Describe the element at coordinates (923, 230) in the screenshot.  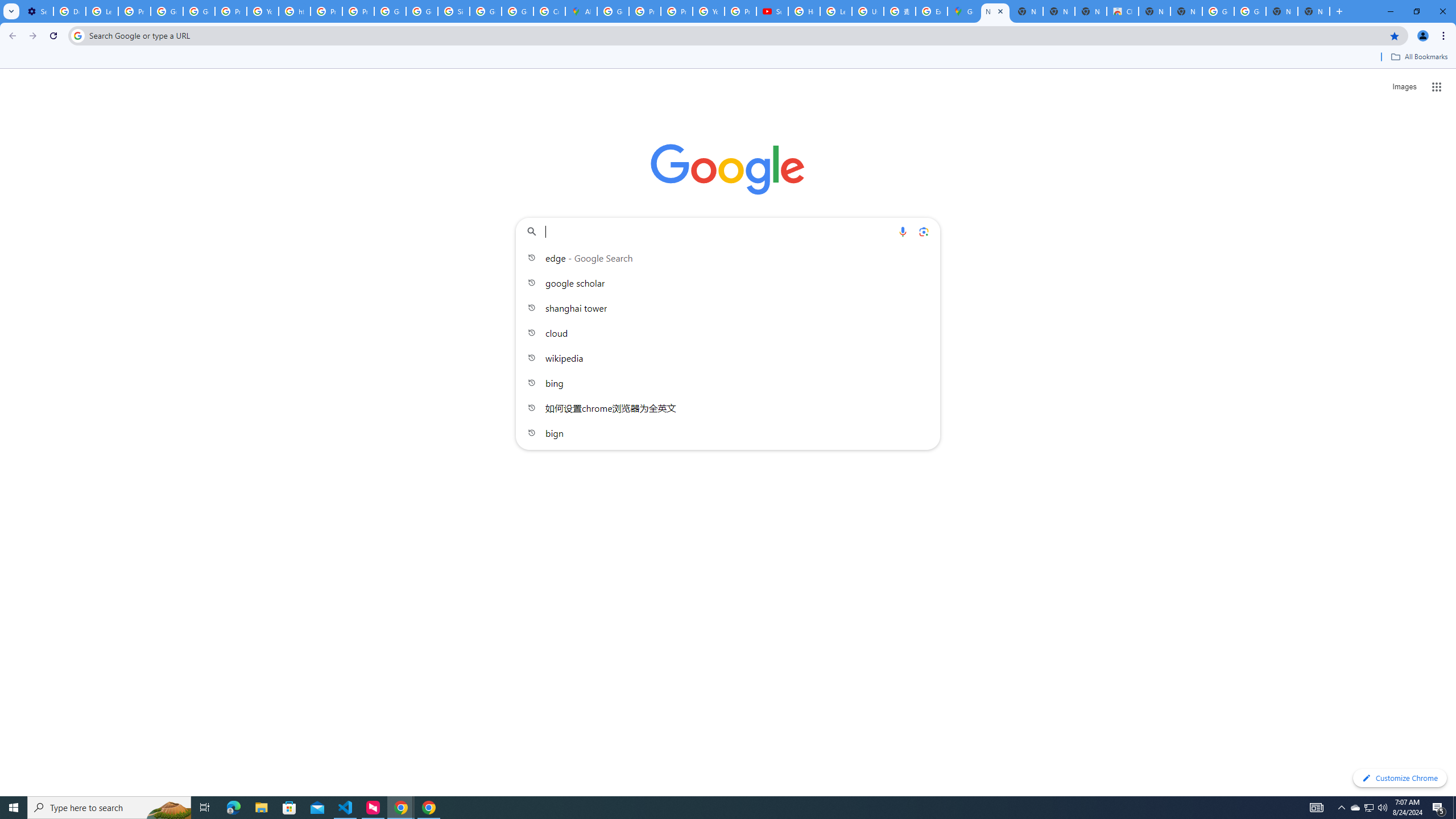
I see `'Search by image'` at that location.